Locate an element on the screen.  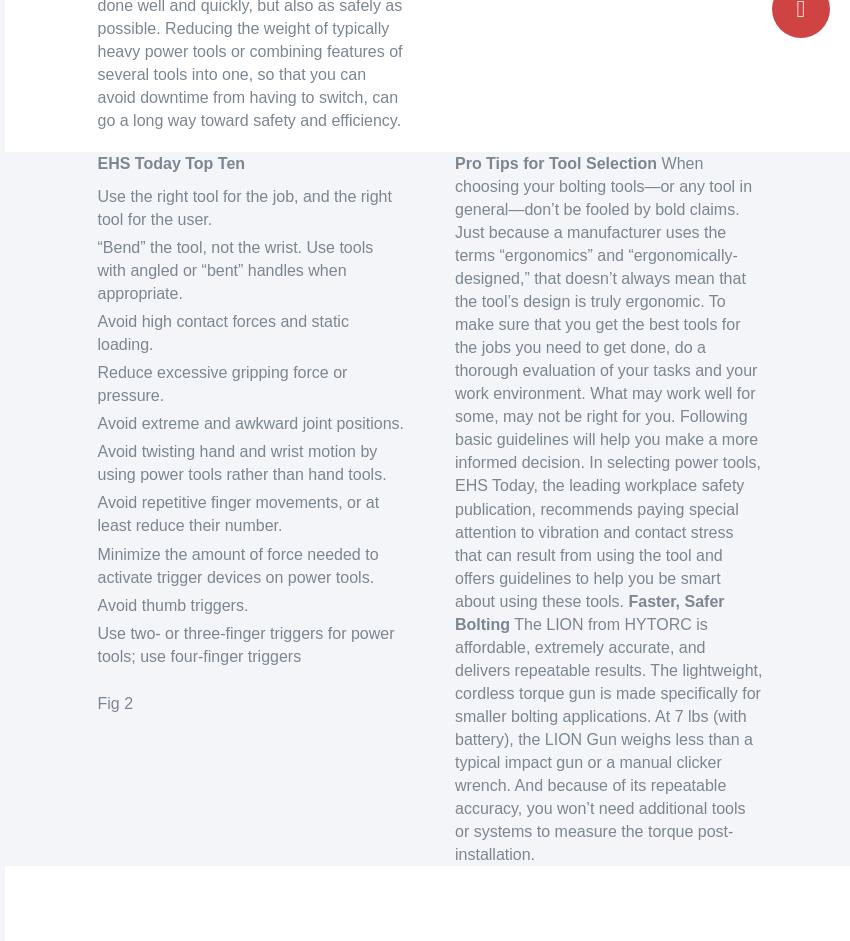
'Faster, Safer Bolting' is located at coordinates (454, 612).